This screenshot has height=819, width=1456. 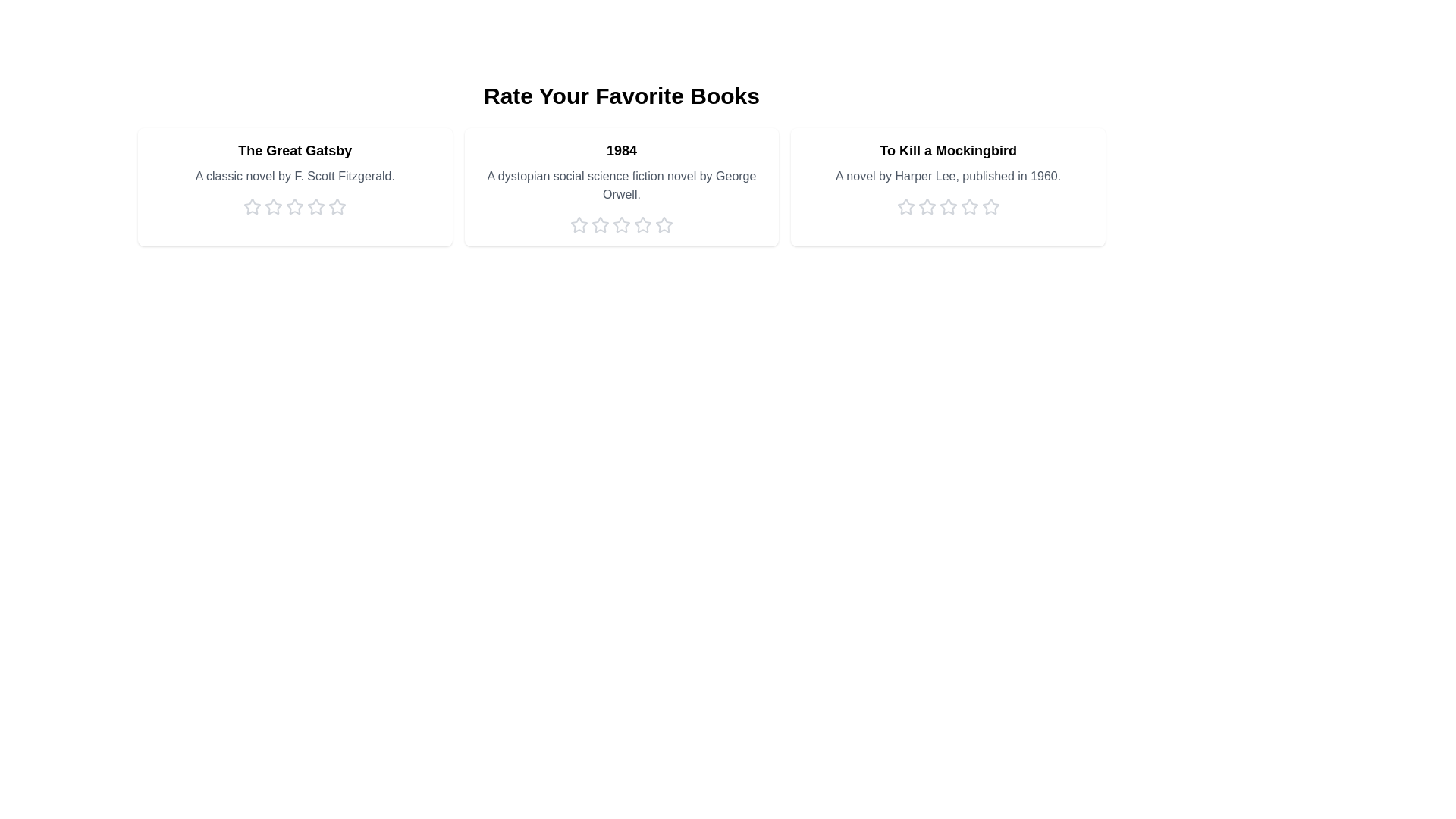 I want to click on the description of the book 'The Great Gatsby', so click(x=295, y=175).